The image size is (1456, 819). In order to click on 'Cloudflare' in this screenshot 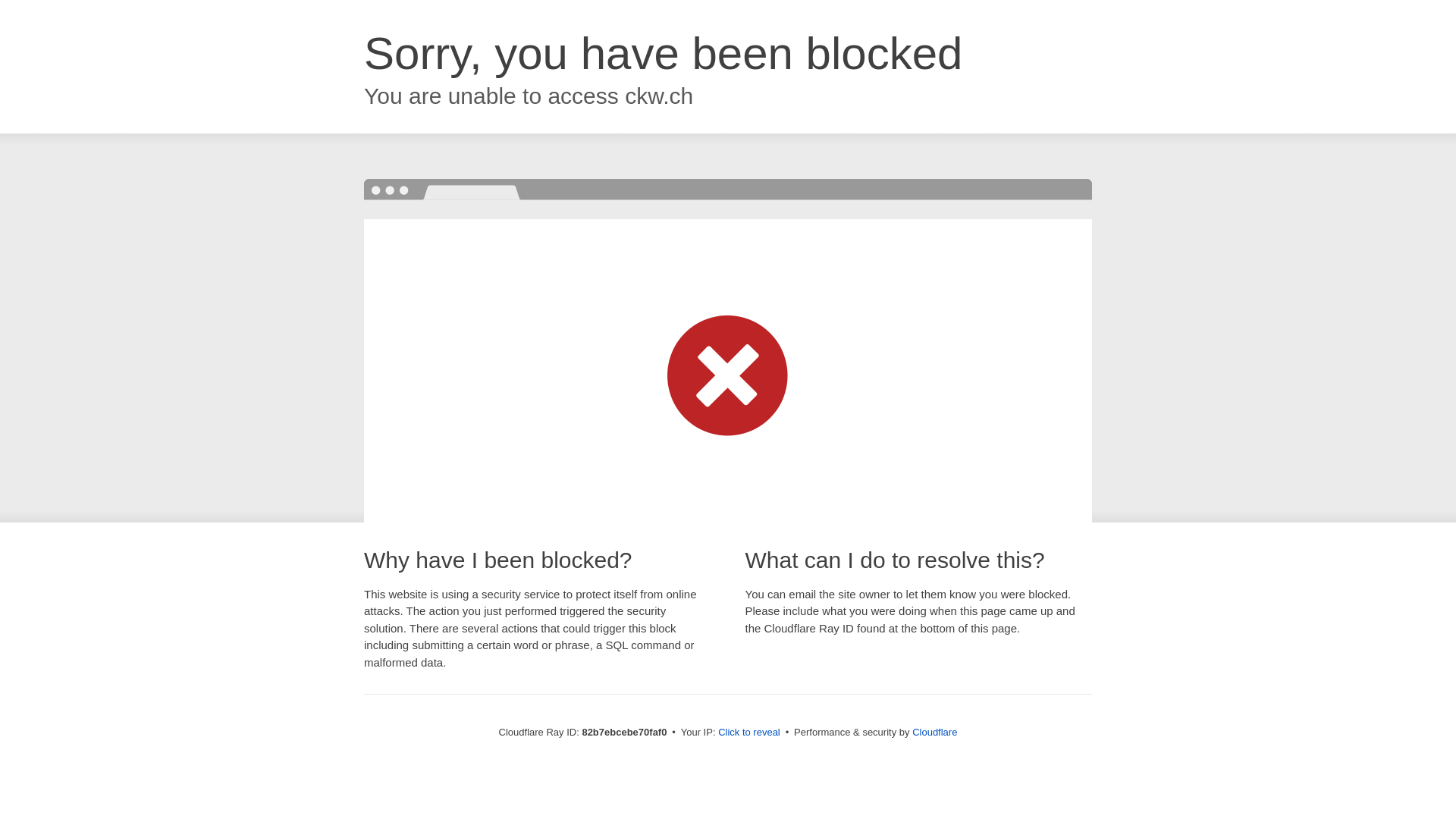, I will do `click(934, 731)`.